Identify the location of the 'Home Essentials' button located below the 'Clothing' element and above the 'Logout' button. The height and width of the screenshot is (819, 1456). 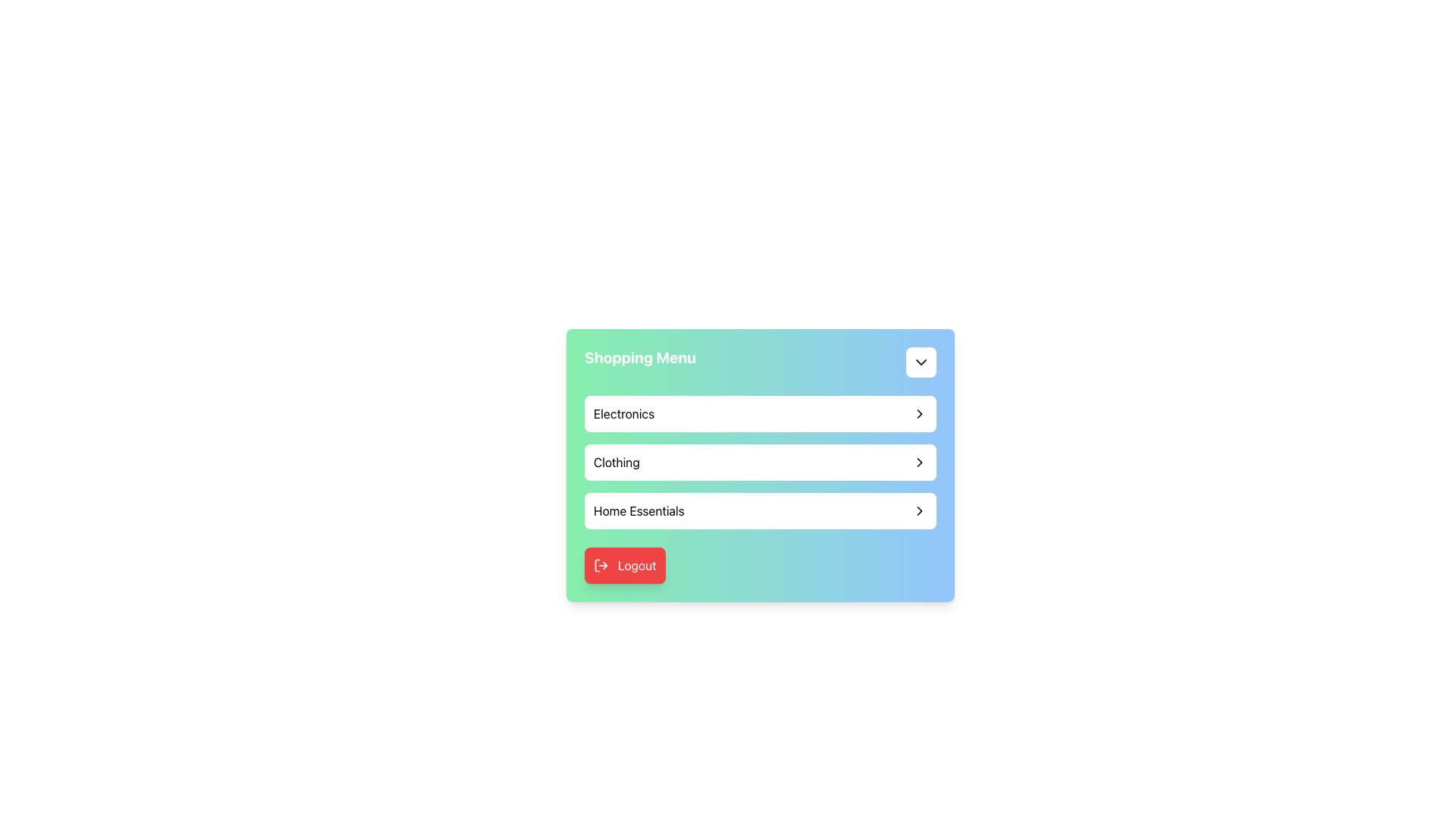
(761, 511).